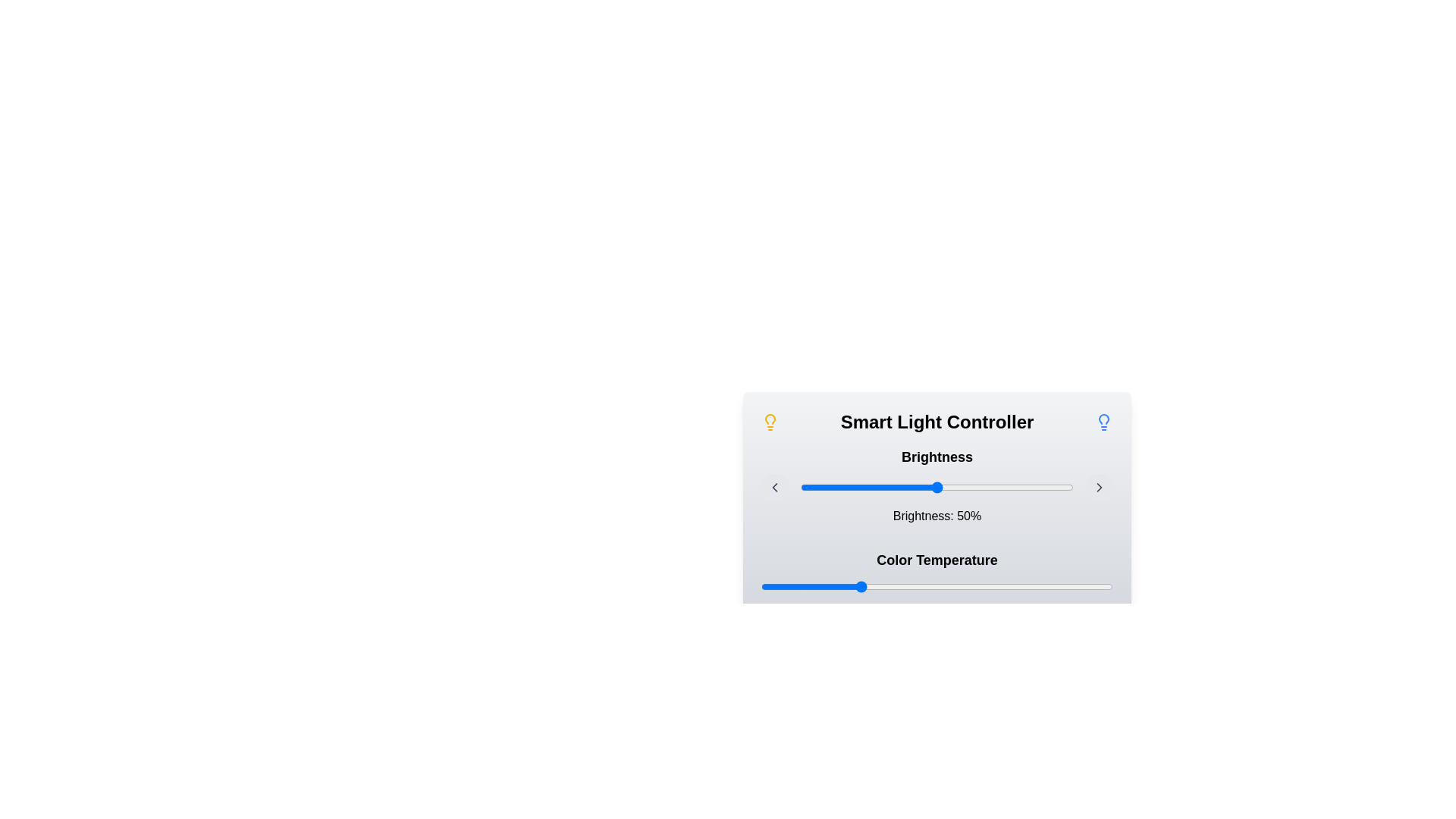 Image resolution: width=1456 pixels, height=819 pixels. Describe the element at coordinates (944, 586) in the screenshot. I see `color temperature` at that location.